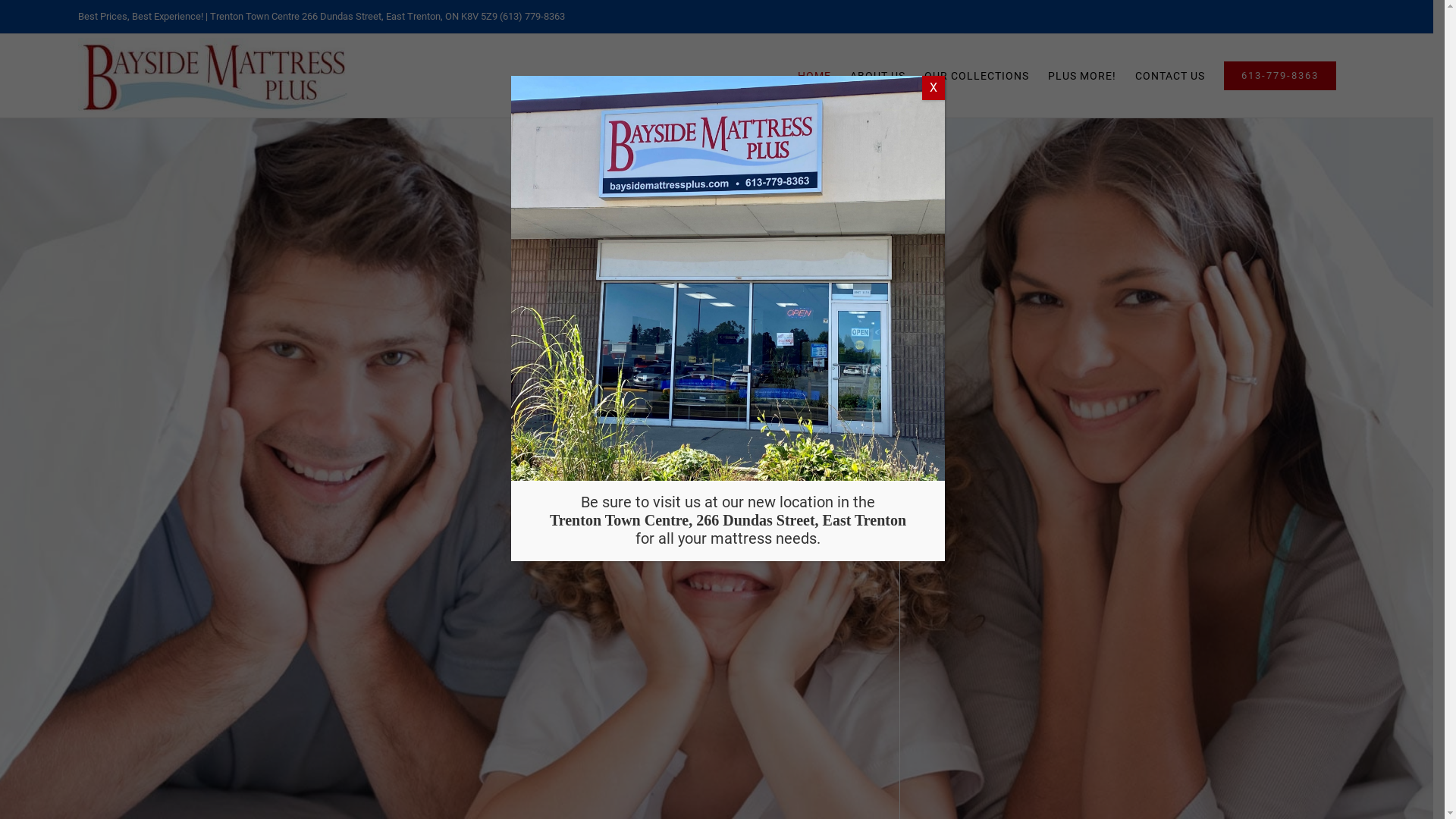  What do you see at coordinates (814, 76) in the screenshot?
I see `'HOME'` at bounding box center [814, 76].